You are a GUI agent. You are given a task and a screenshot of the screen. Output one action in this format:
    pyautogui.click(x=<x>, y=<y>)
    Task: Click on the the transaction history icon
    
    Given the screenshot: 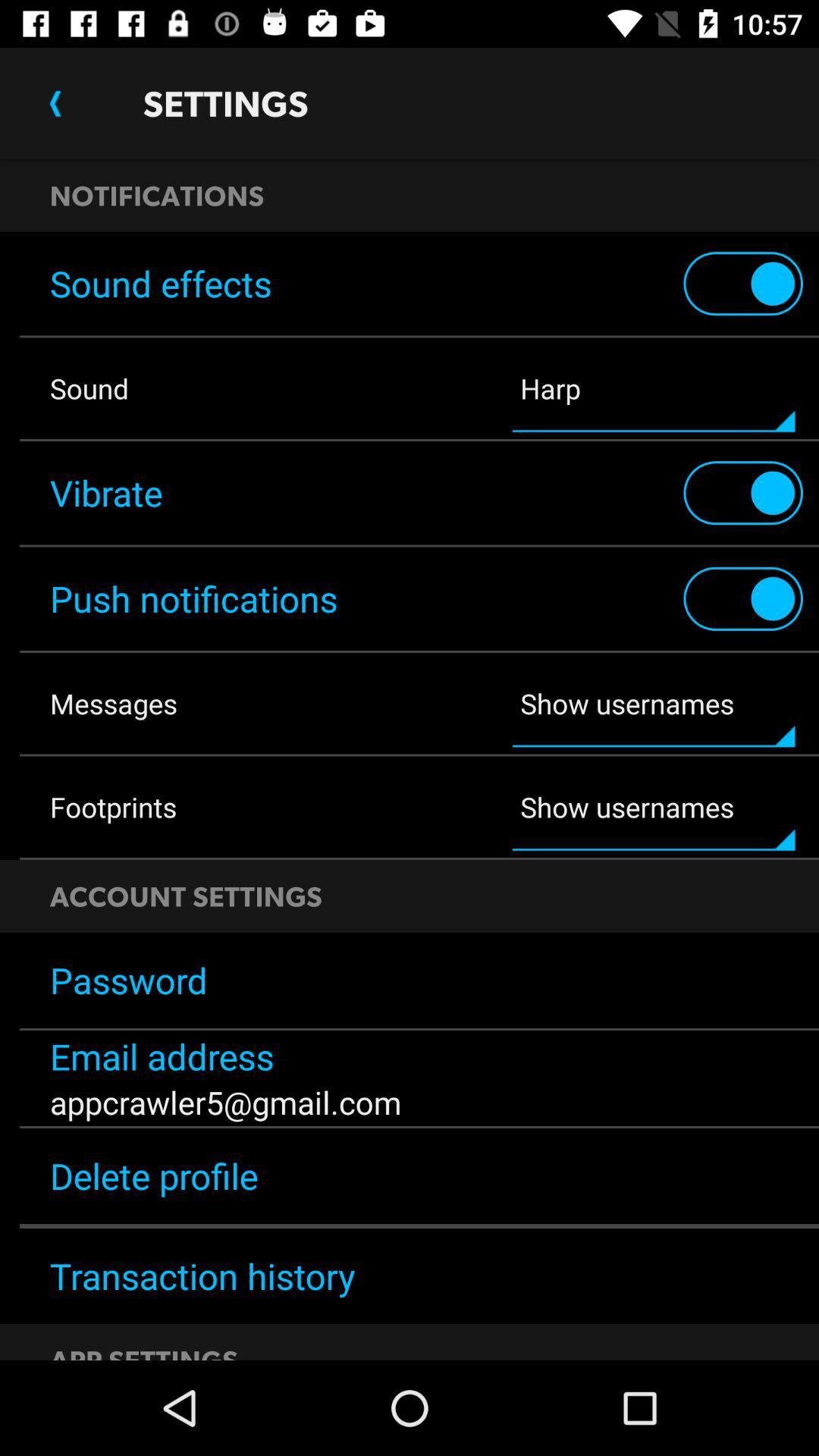 What is the action you would take?
    pyautogui.click(x=409, y=1276)
    